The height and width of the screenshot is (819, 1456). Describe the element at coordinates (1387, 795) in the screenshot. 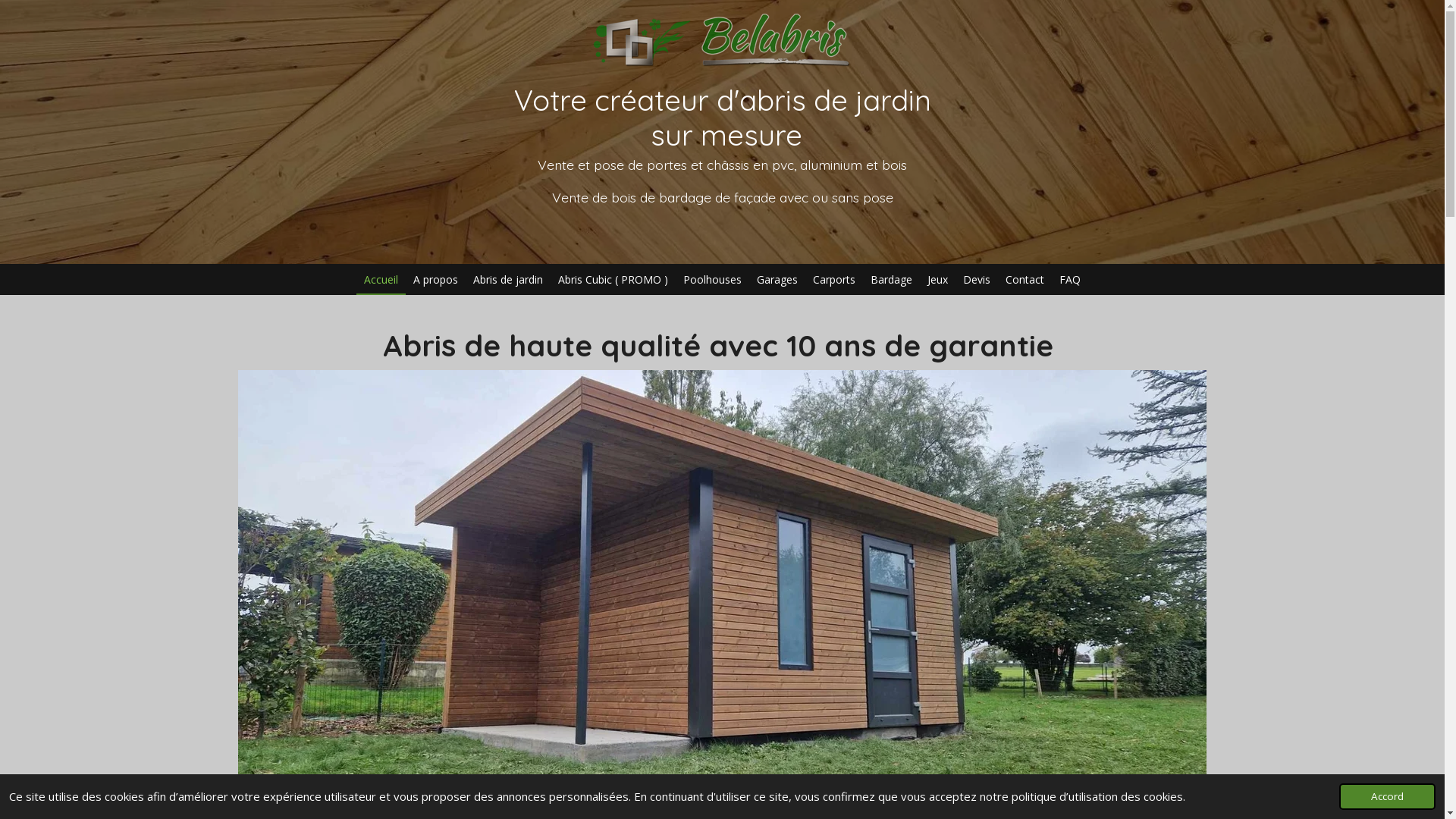

I see `'Accord'` at that location.